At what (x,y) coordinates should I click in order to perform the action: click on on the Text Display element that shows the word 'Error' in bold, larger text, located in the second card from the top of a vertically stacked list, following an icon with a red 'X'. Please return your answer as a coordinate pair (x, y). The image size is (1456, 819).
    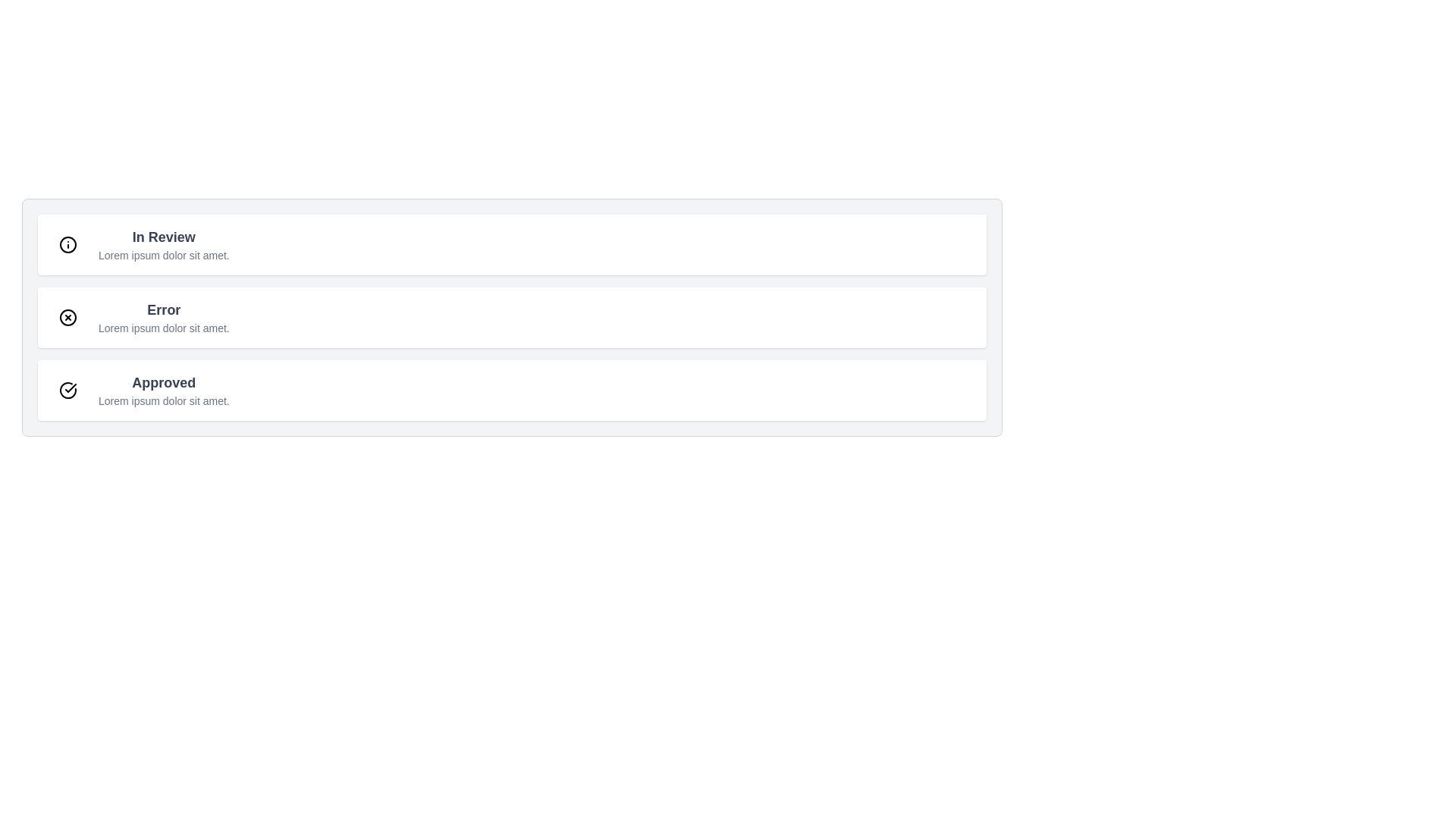
    Looking at the image, I should click on (164, 317).